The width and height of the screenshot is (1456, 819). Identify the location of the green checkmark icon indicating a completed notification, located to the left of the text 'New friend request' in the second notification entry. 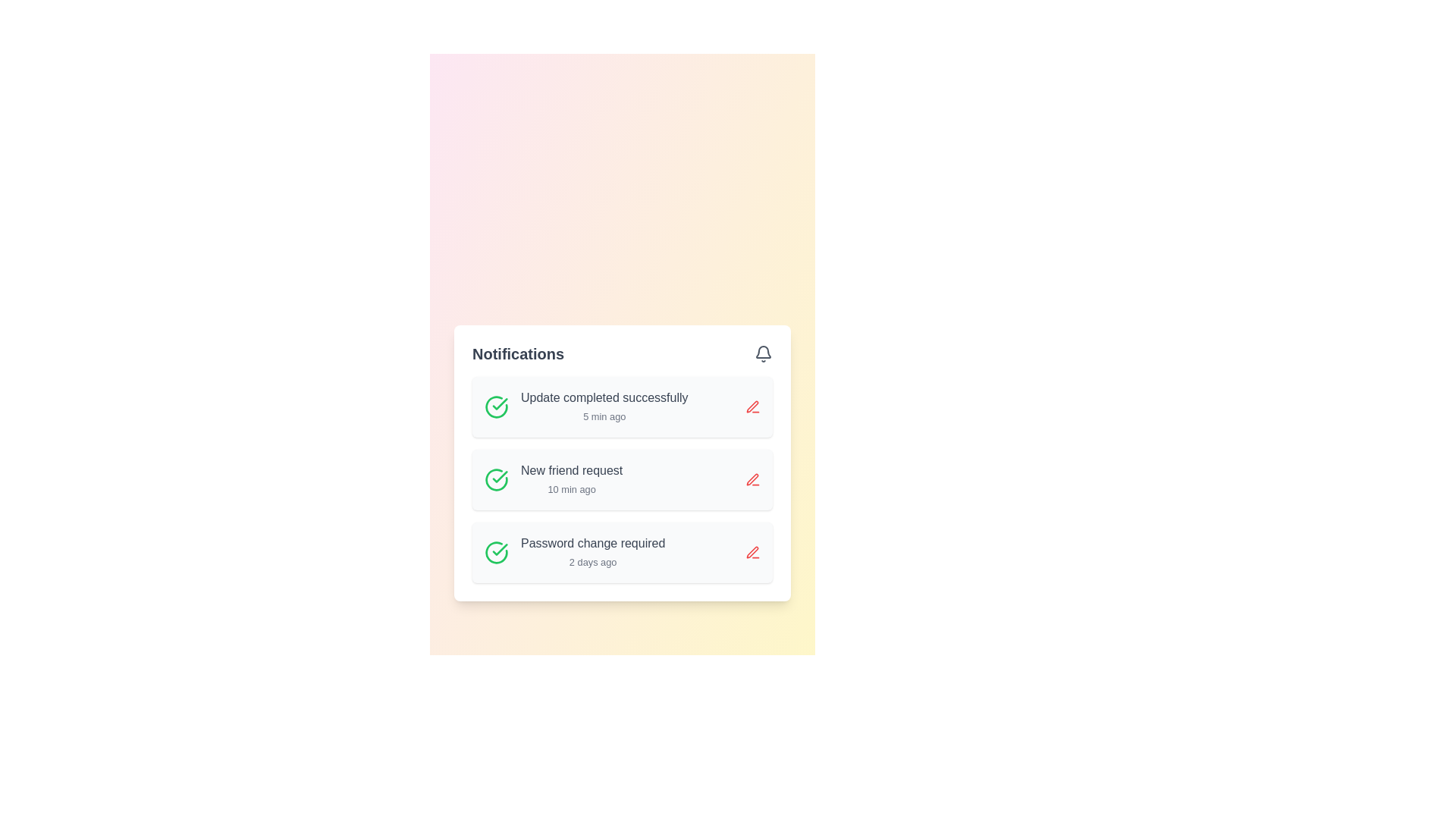
(496, 479).